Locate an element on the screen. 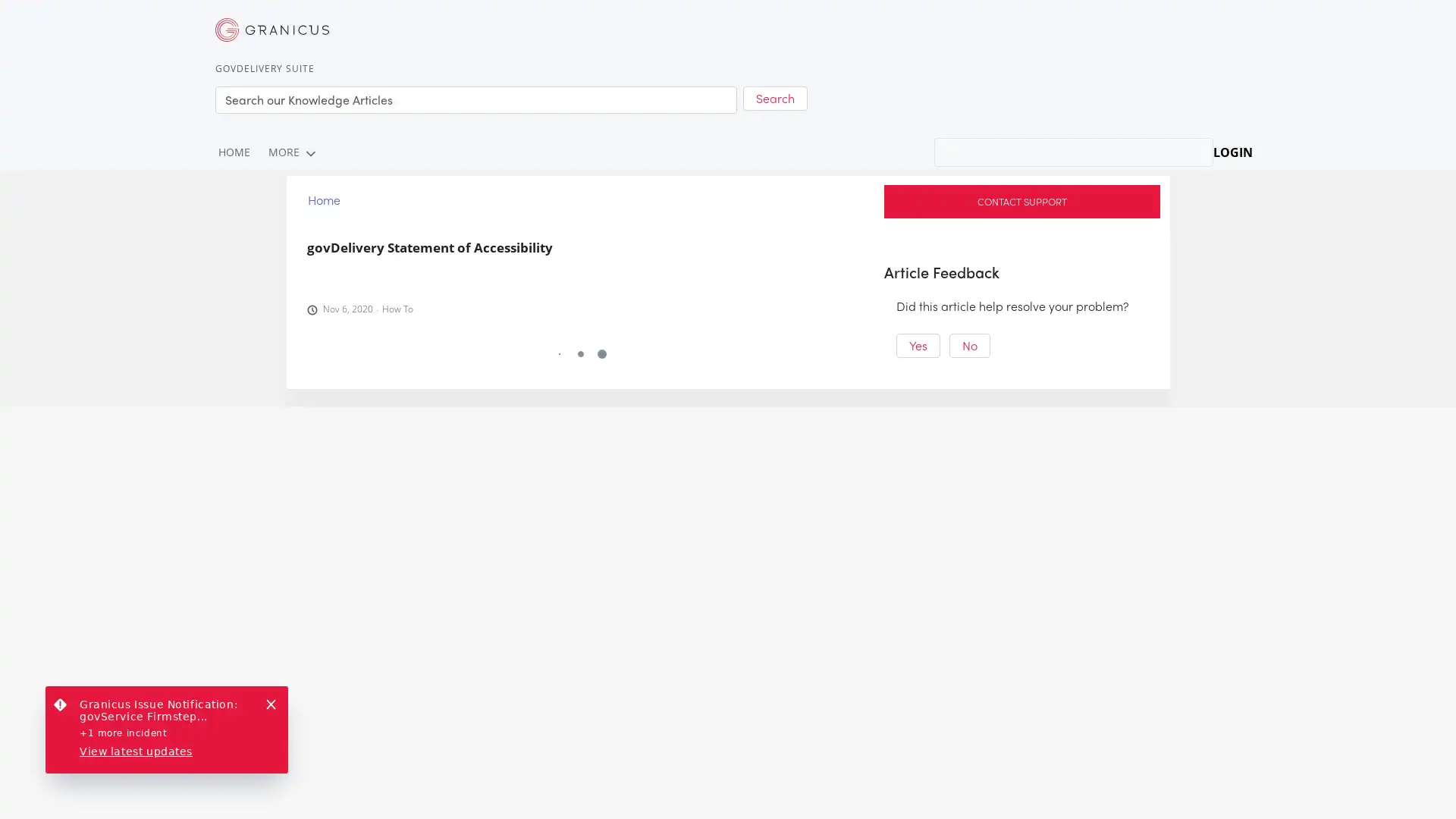 The width and height of the screenshot is (1456, 819). Yes is located at coordinates (917, 345).